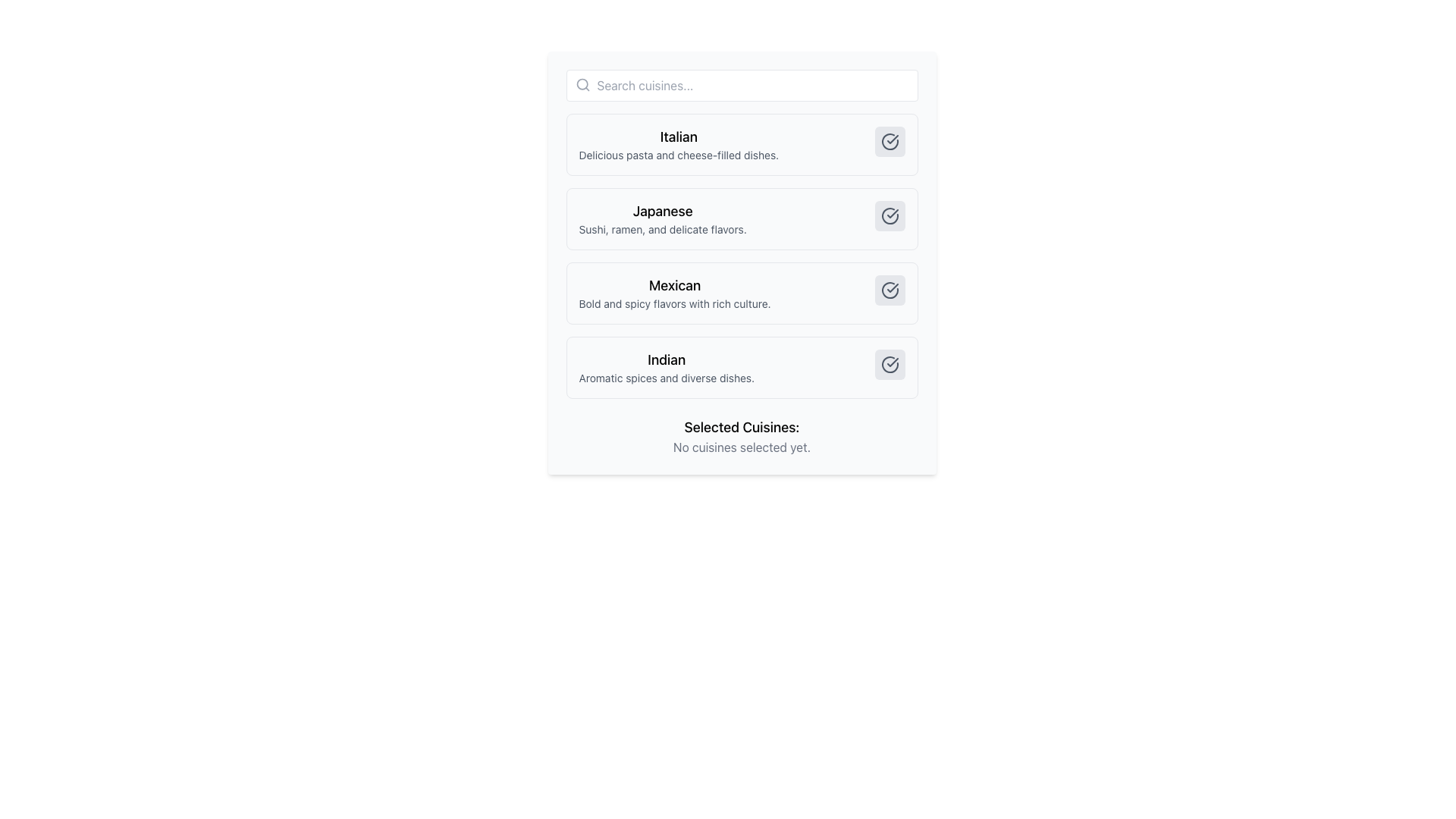  Describe the element at coordinates (663, 230) in the screenshot. I see `the static text element stating 'Sushi, ramen, and delicate flavors' located below the 'Japanese' heading` at that location.